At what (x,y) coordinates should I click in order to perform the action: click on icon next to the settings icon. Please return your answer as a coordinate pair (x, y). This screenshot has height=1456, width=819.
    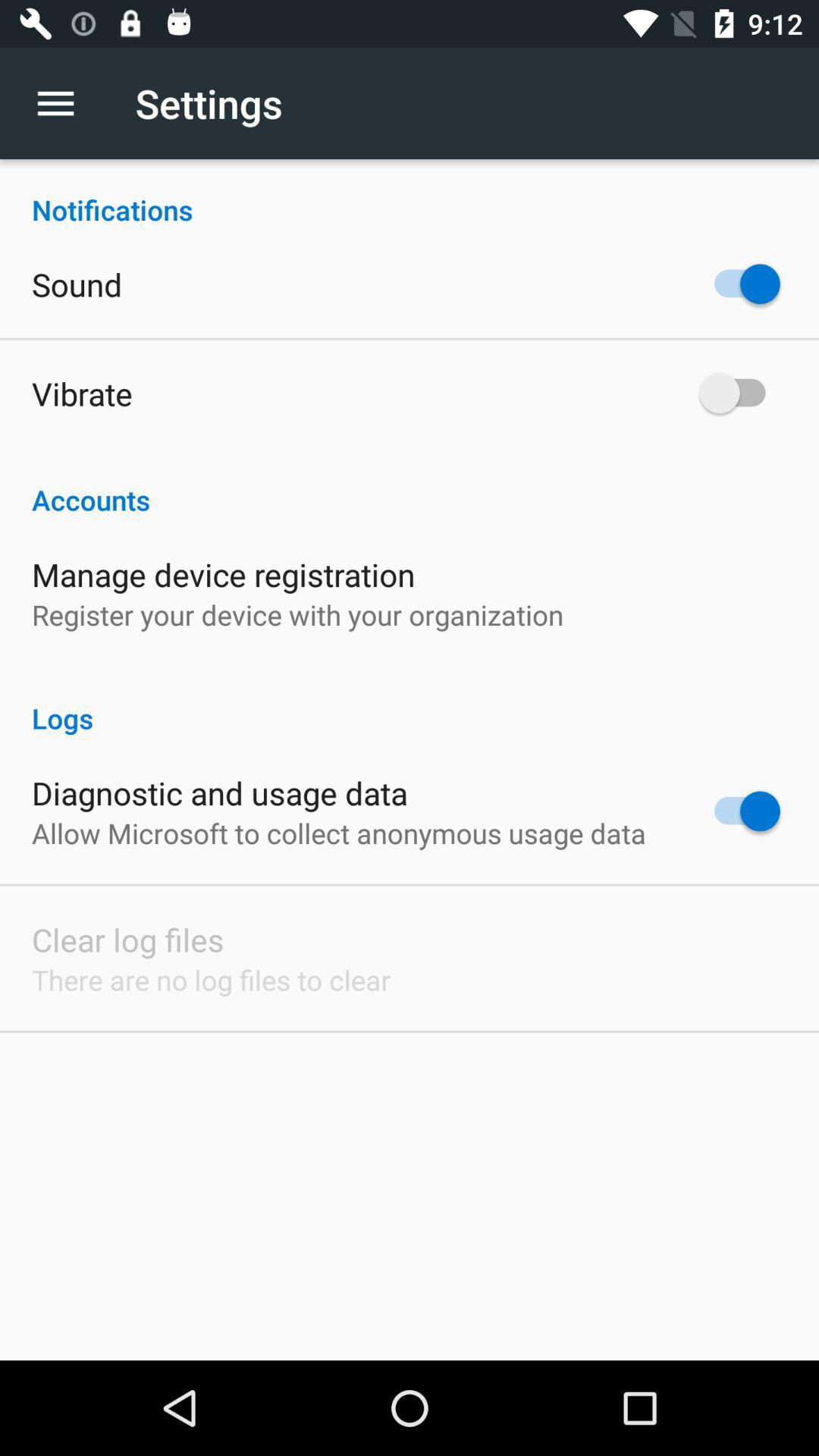
    Looking at the image, I should click on (63, 102).